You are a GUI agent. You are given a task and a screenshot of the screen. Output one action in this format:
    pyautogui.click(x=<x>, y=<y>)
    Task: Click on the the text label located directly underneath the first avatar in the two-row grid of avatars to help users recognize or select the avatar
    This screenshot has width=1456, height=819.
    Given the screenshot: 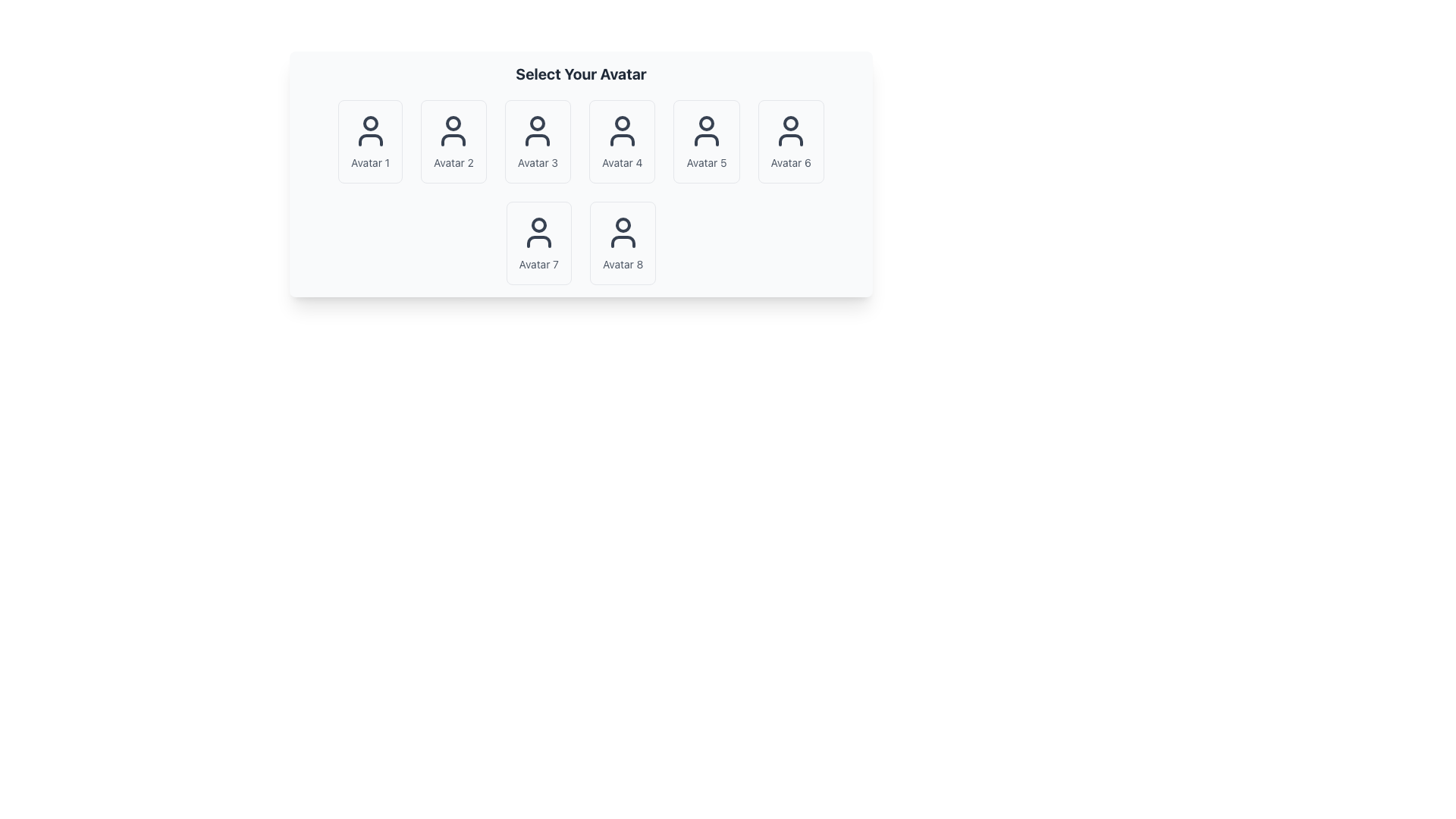 What is the action you would take?
    pyautogui.click(x=370, y=163)
    